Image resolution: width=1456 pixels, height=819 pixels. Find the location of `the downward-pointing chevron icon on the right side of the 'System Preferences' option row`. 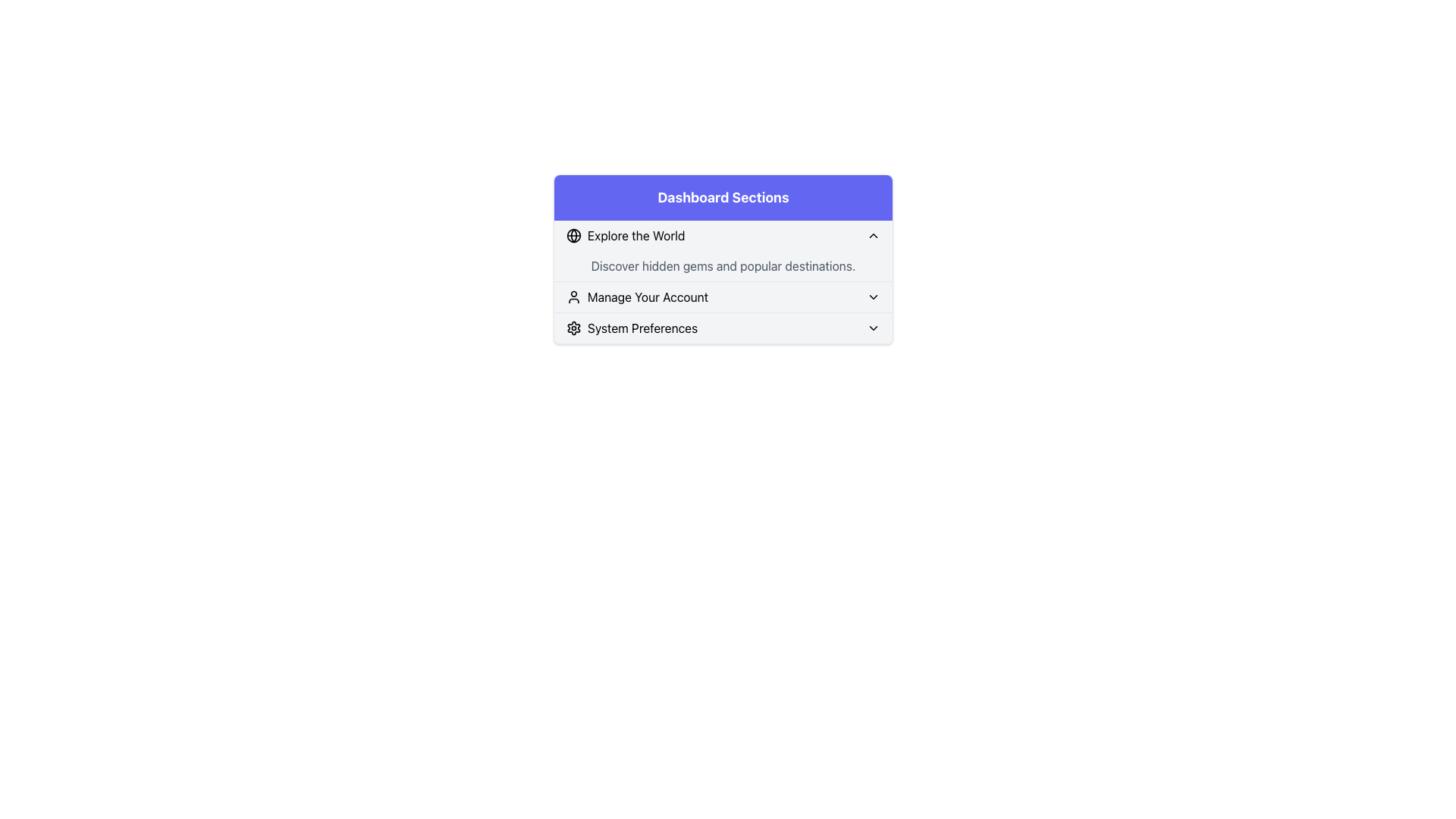

the downward-pointing chevron icon on the right side of the 'System Preferences' option row is located at coordinates (874, 327).